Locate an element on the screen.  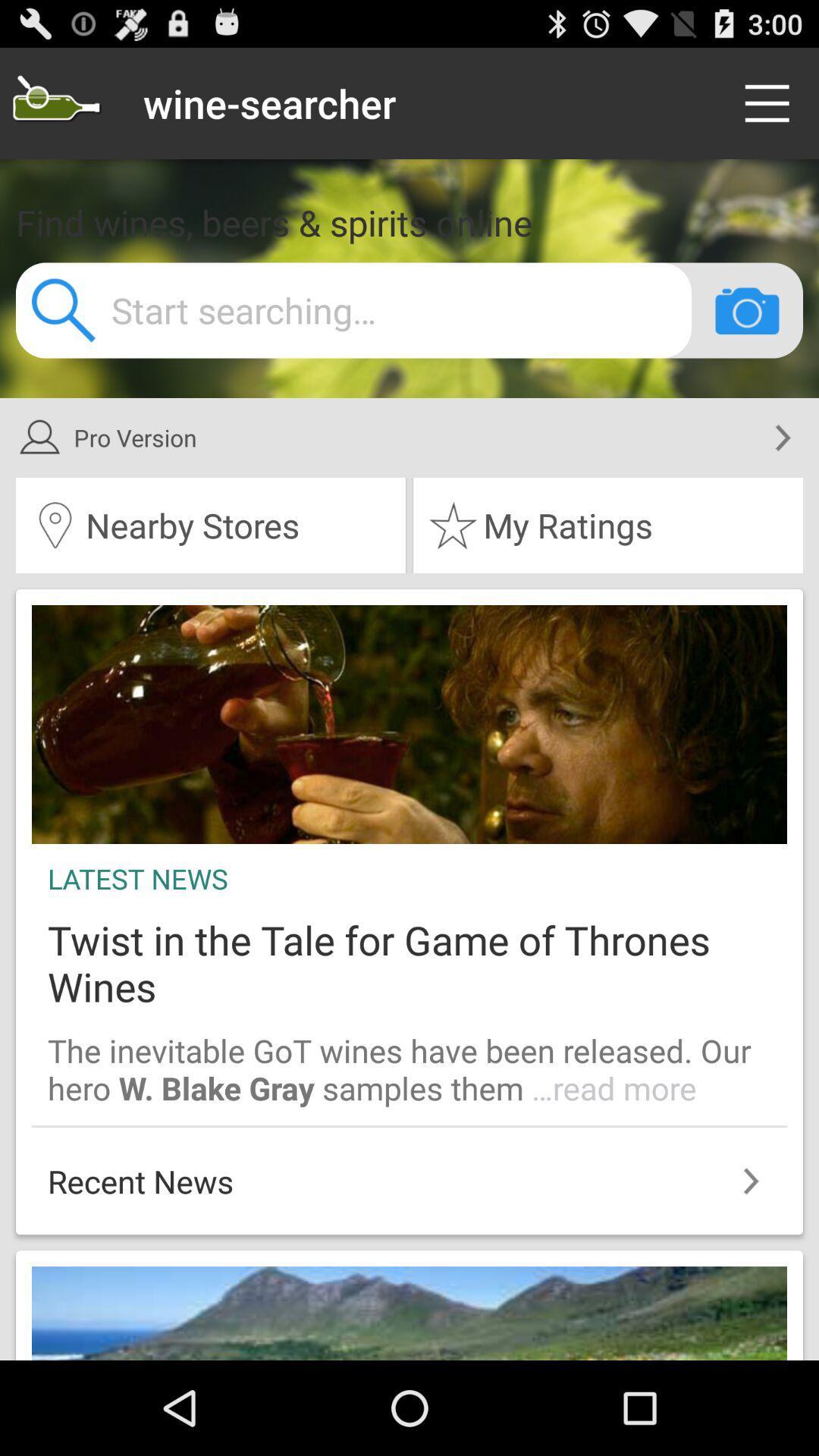
search by photo is located at coordinates (746, 309).